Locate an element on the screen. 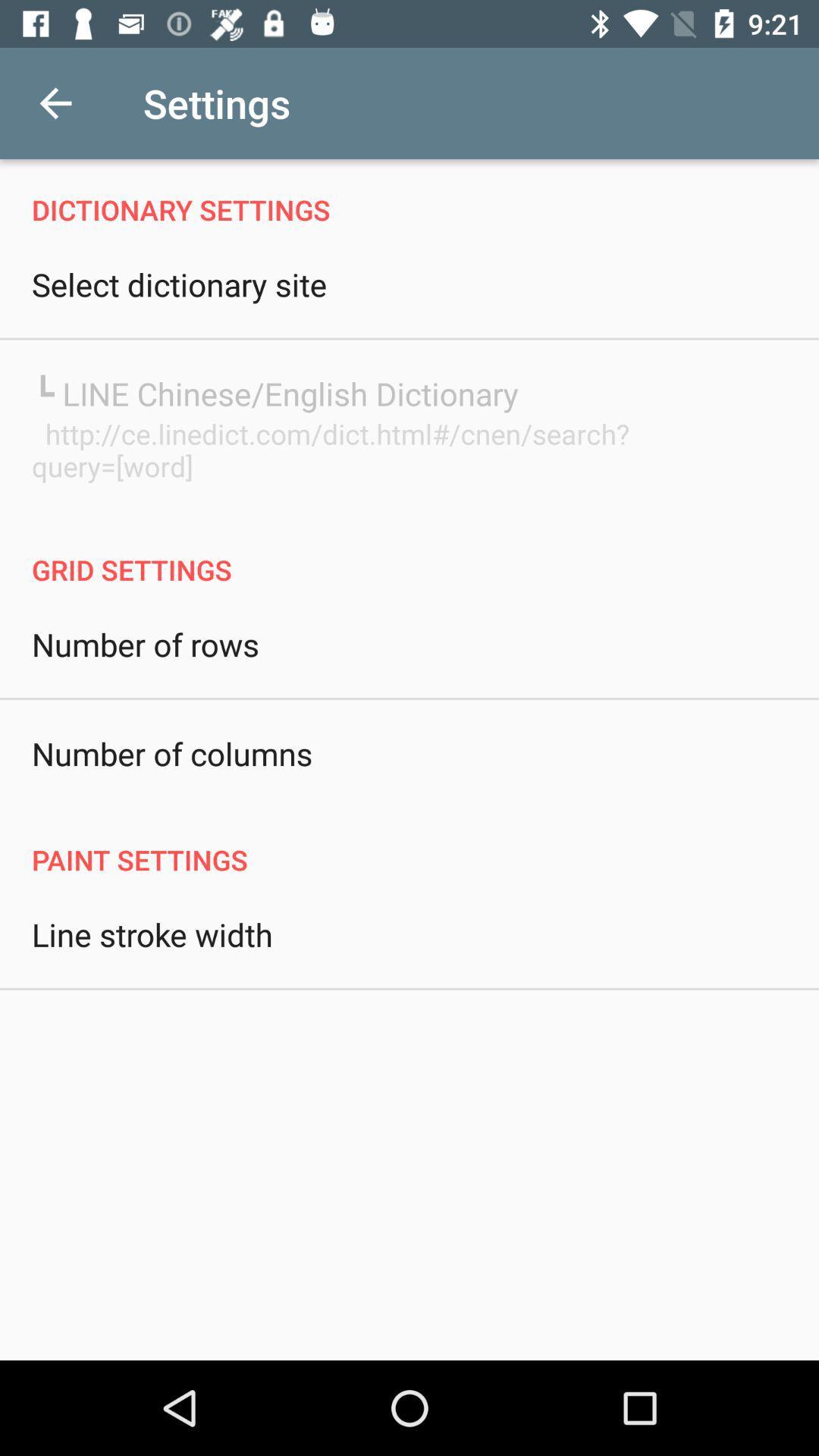  the line stroke width icon is located at coordinates (152, 934).